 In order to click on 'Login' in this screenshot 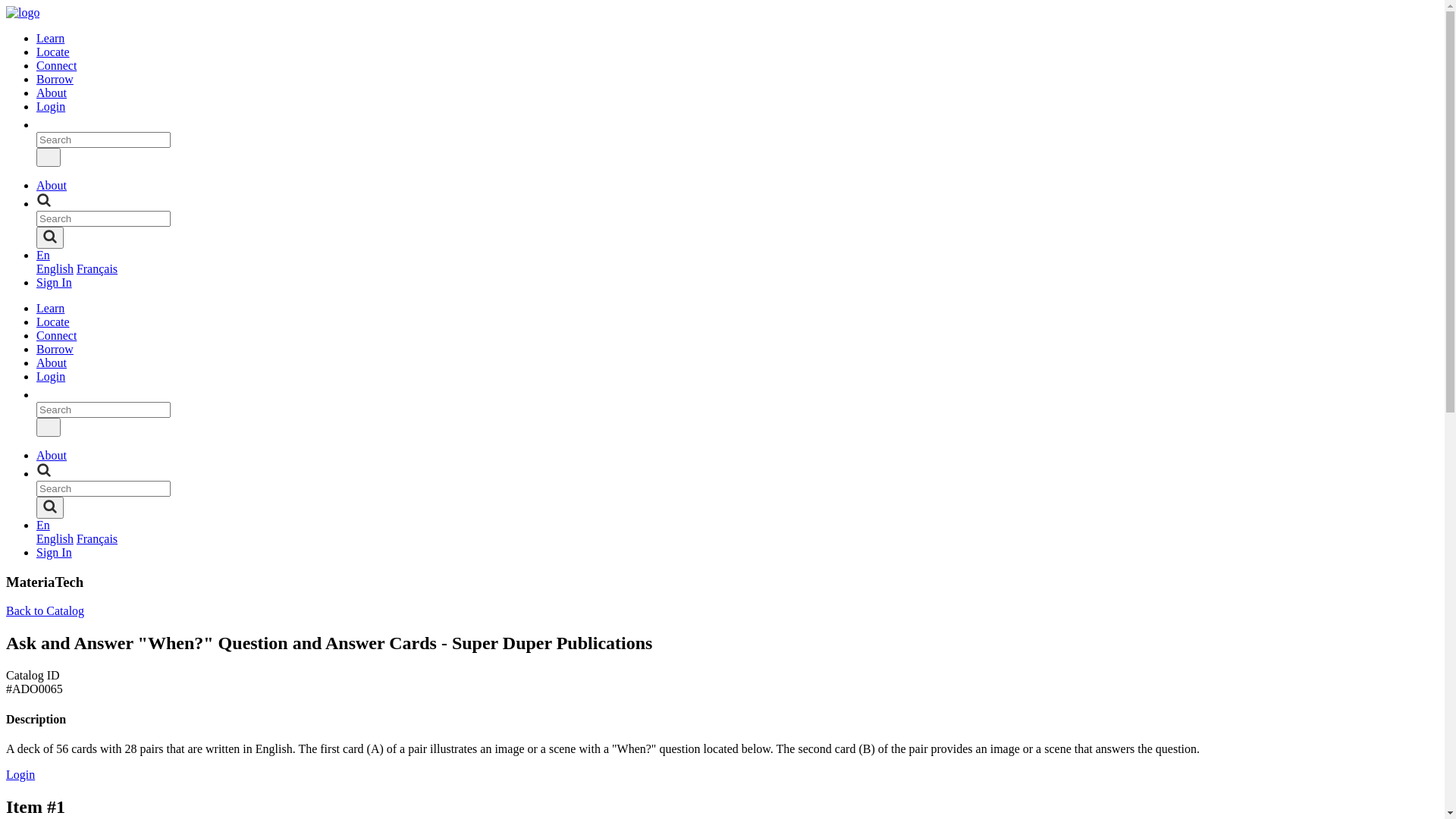, I will do `click(20, 774)`.